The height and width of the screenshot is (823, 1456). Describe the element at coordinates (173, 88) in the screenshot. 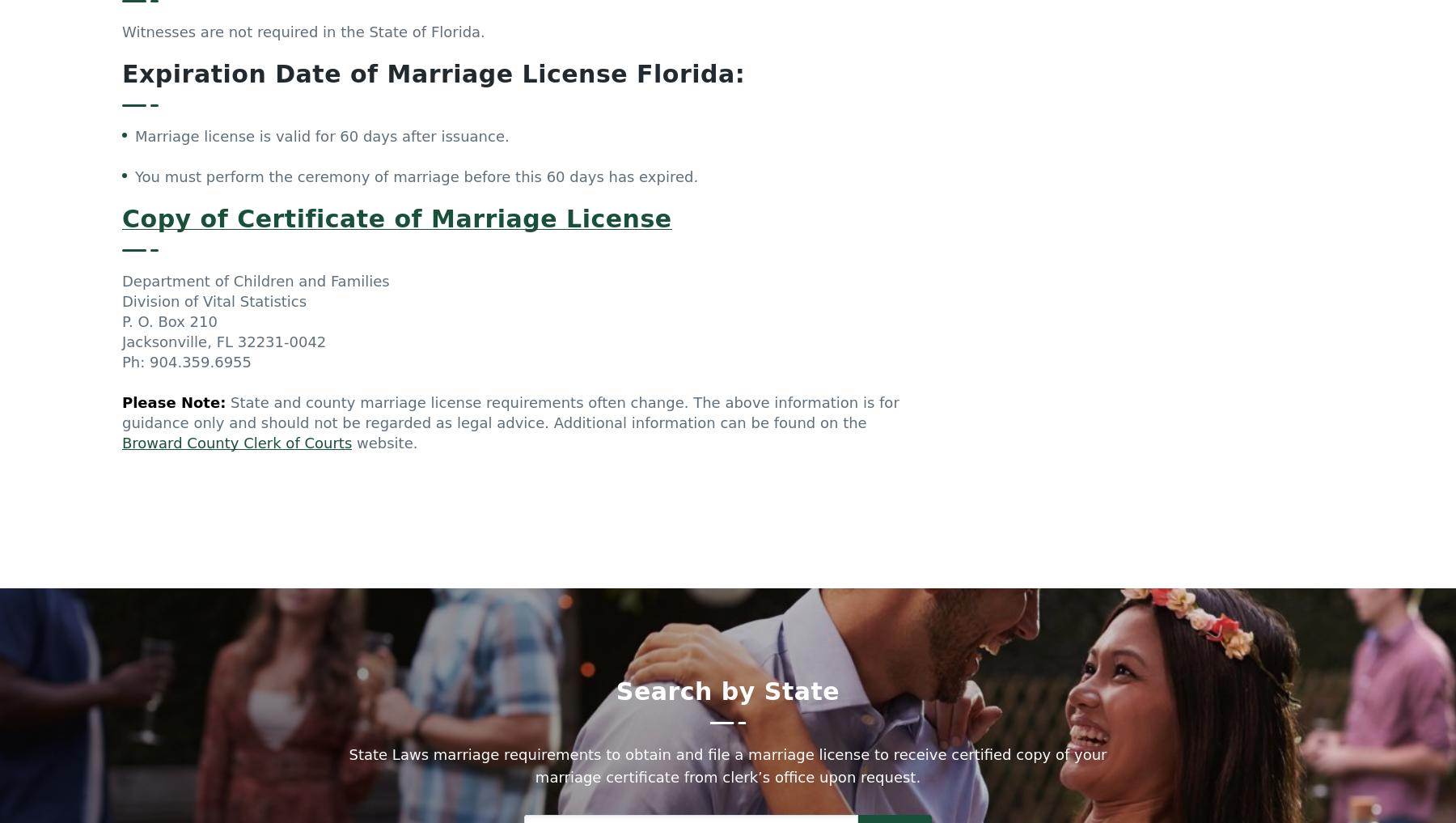

I see `'Please Note:'` at that location.